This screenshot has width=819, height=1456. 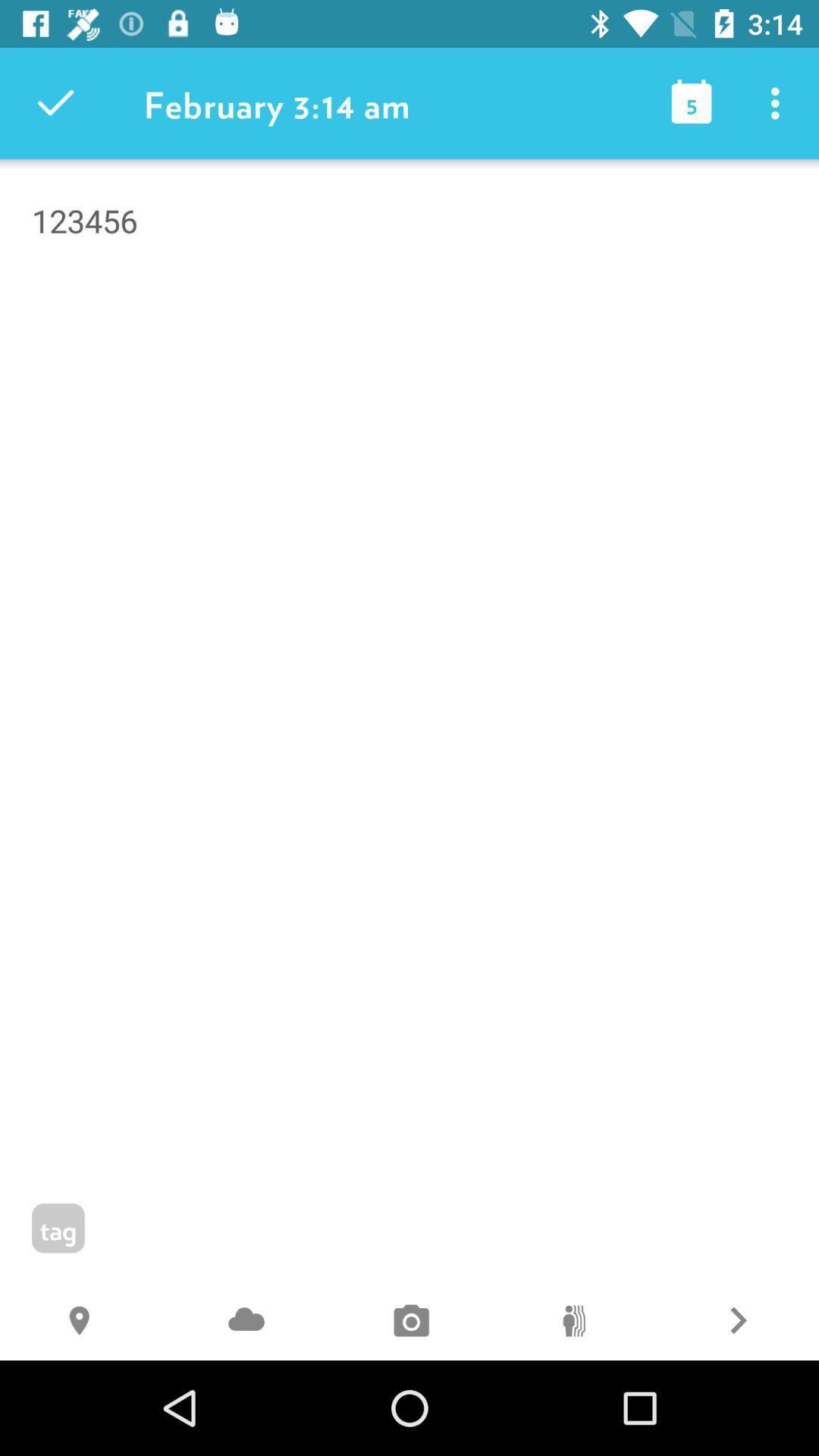 What do you see at coordinates (736, 1322) in the screenshot?
I see `item below the 123456 icon` at bounding box center [736, 1322].